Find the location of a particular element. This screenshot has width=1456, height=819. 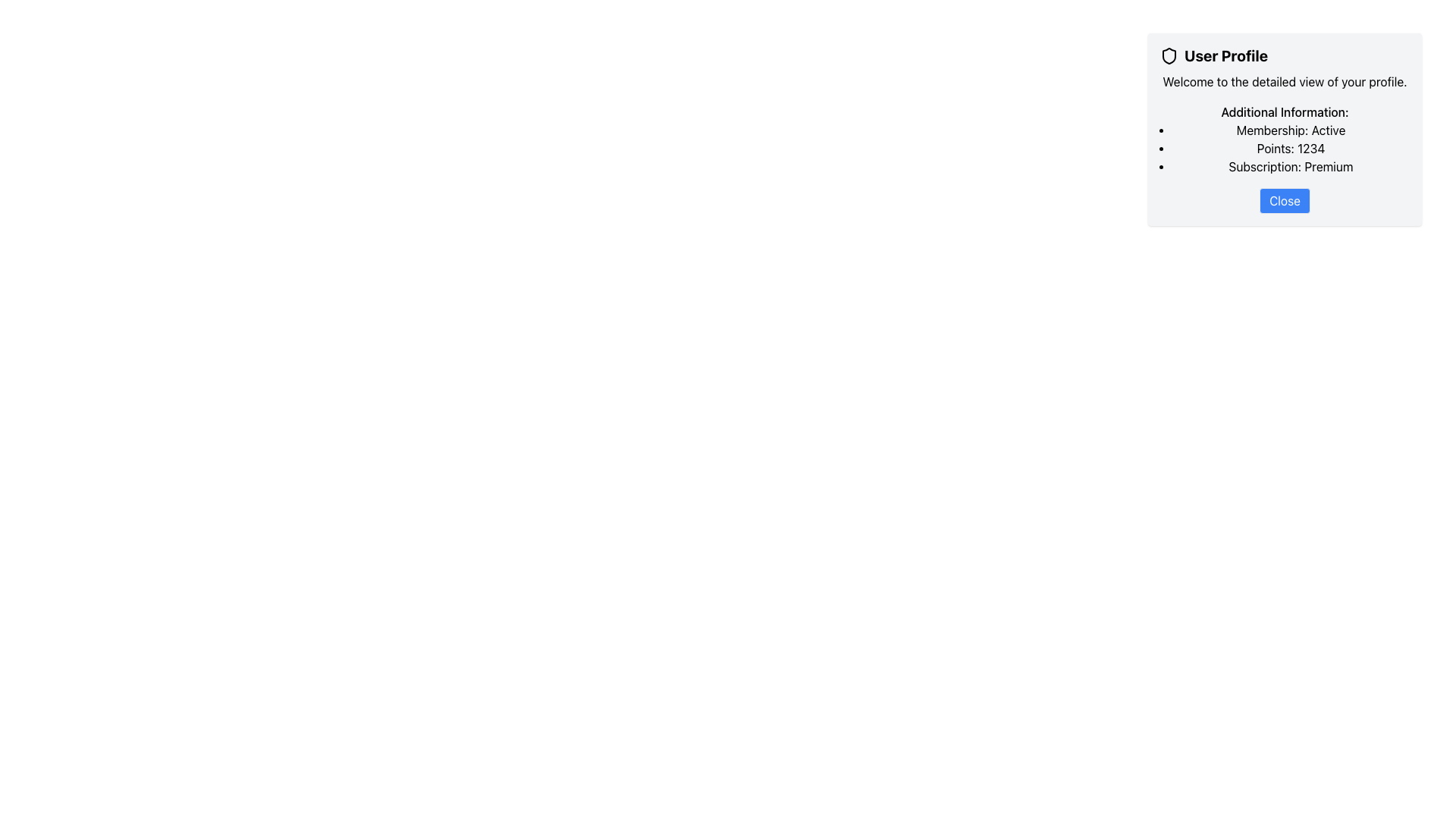

the bold text label displaying 'Additional Information:' located in the 'User Profile' modal window near the top of the list section is located at coordinates (1284, 111).